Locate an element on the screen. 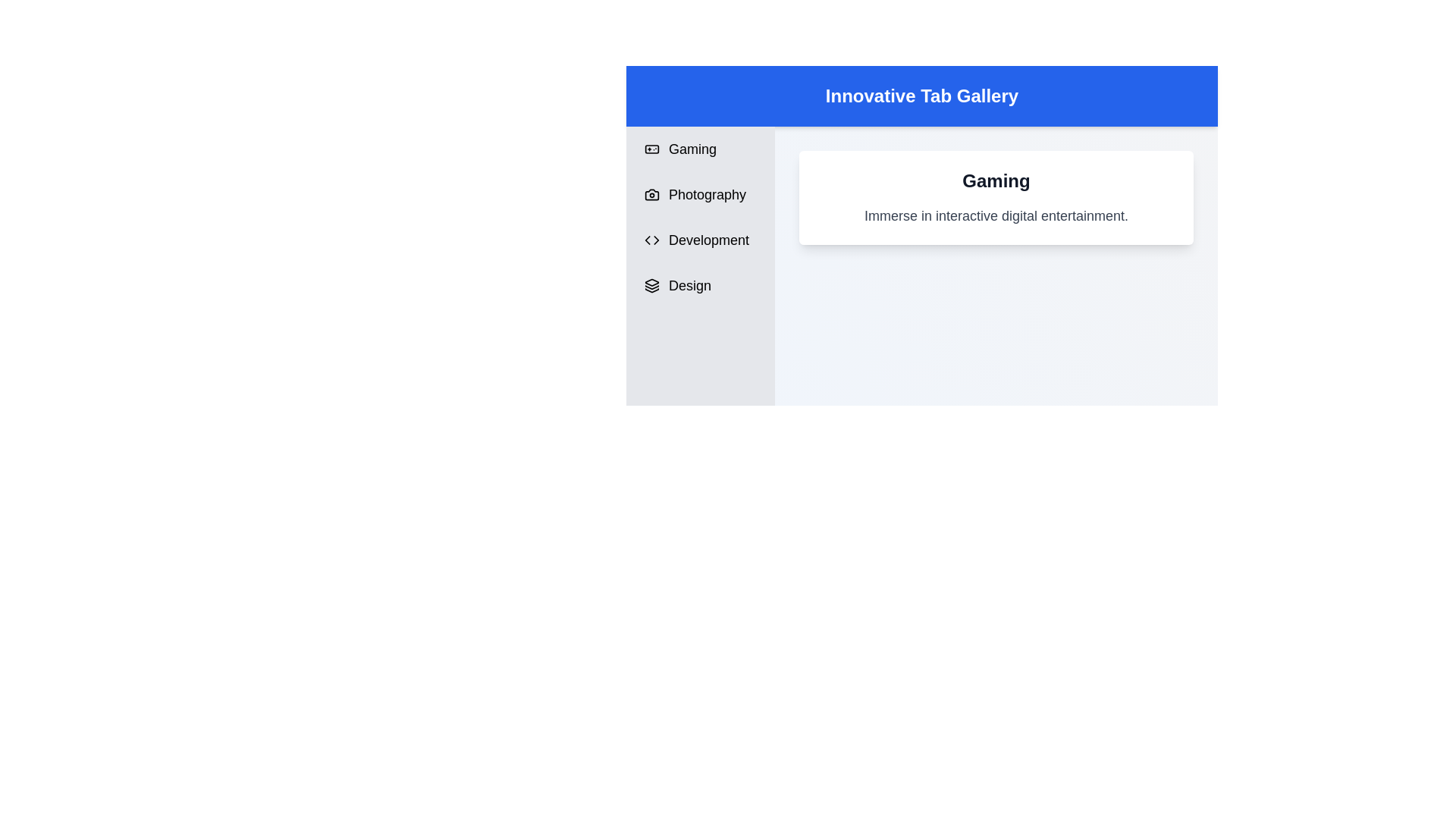 The width and height of the screenshot is (1456, 819). the tab labeled Design to switch content is located at coordinates (699, 286).